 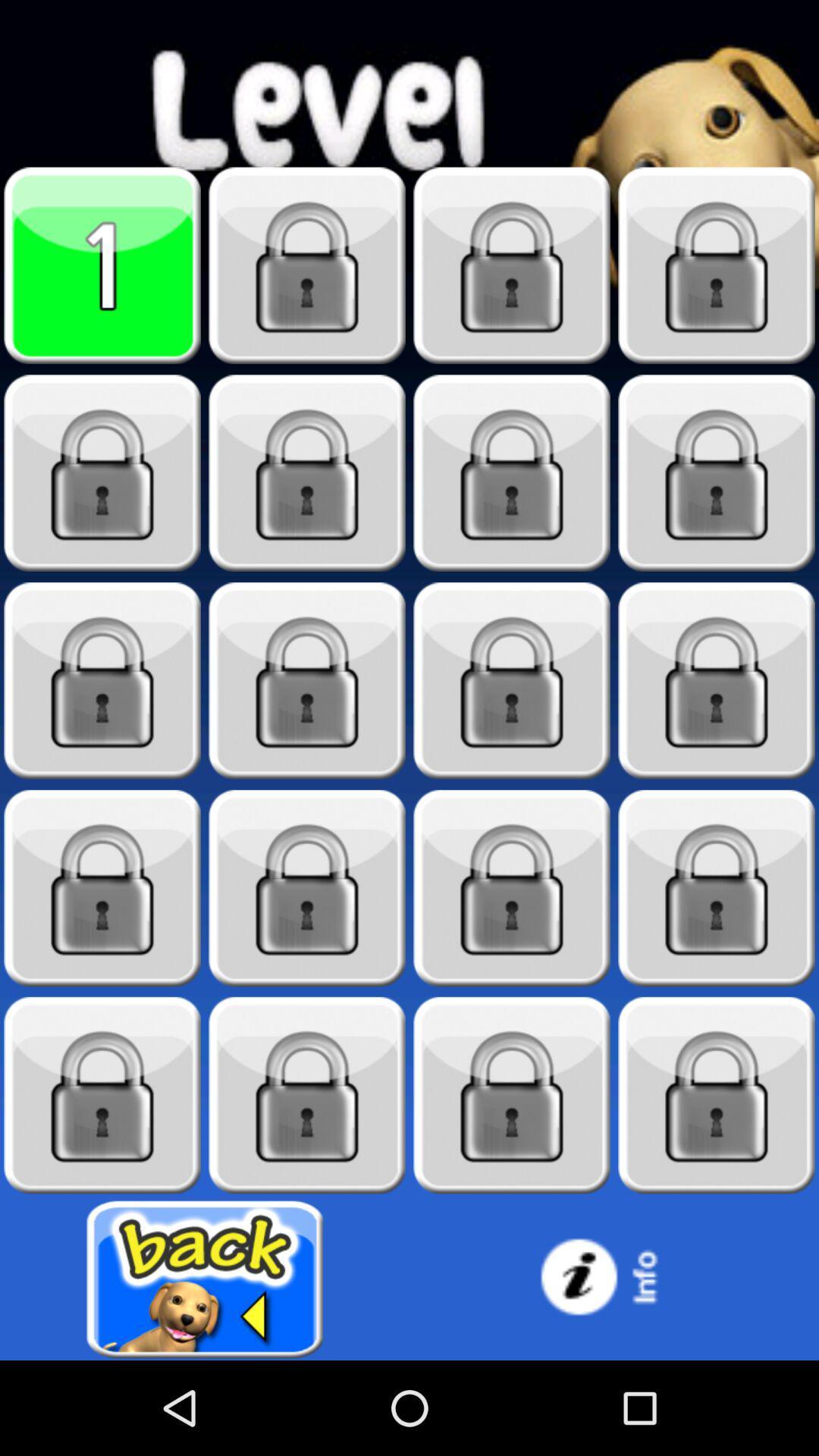 What do you see at coordinates (614, 1279) in the screenshot?
I see `game information` at bounding box center [614, 1279].